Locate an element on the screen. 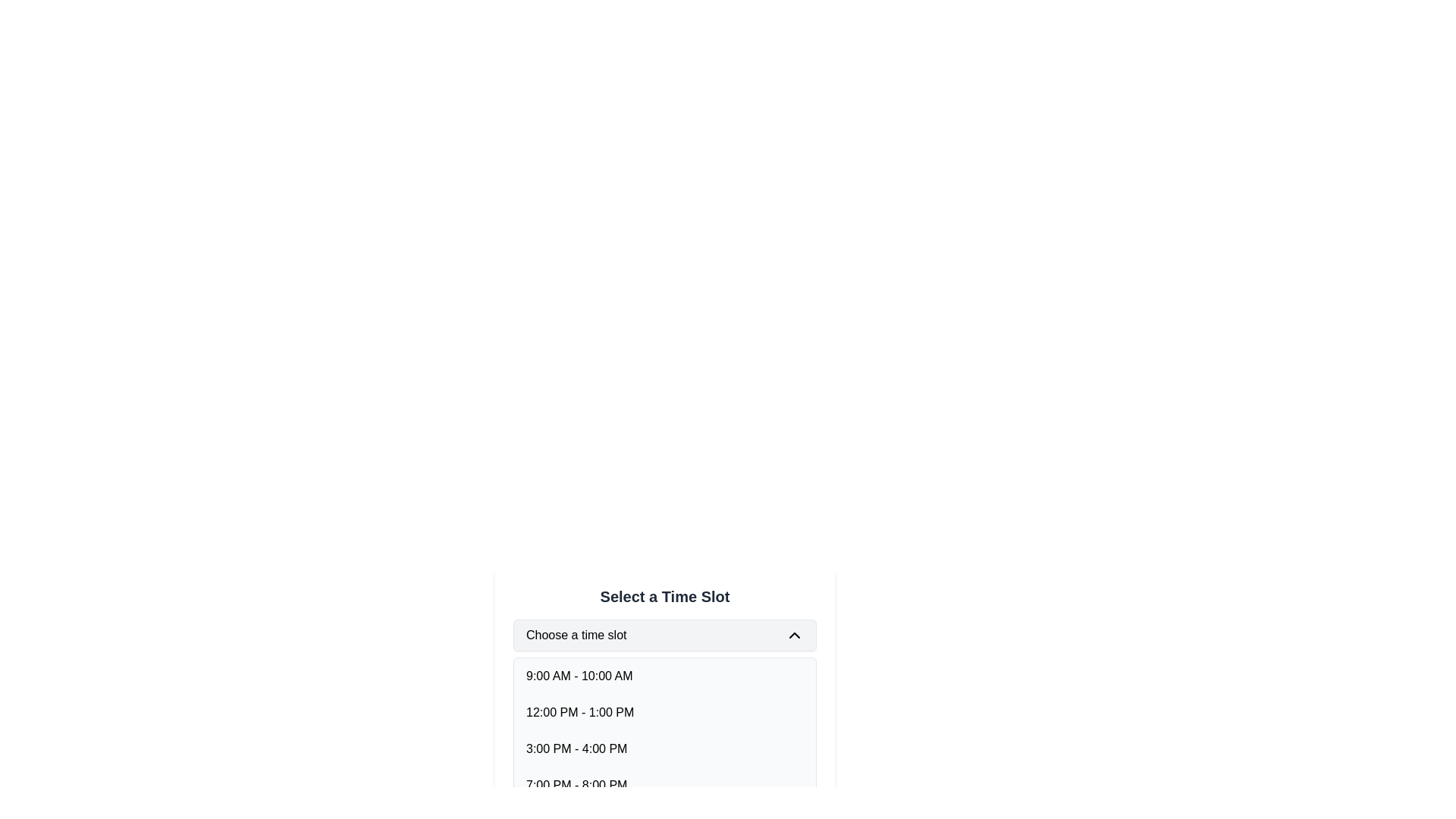 Image resolution: width=1456 pixels, height=819 pixels. the text label displaying the time slot '12:00 PM - 1:00 PM', which is the second item in a vertically aligned list of time slots is located at coordinates (579, 713).